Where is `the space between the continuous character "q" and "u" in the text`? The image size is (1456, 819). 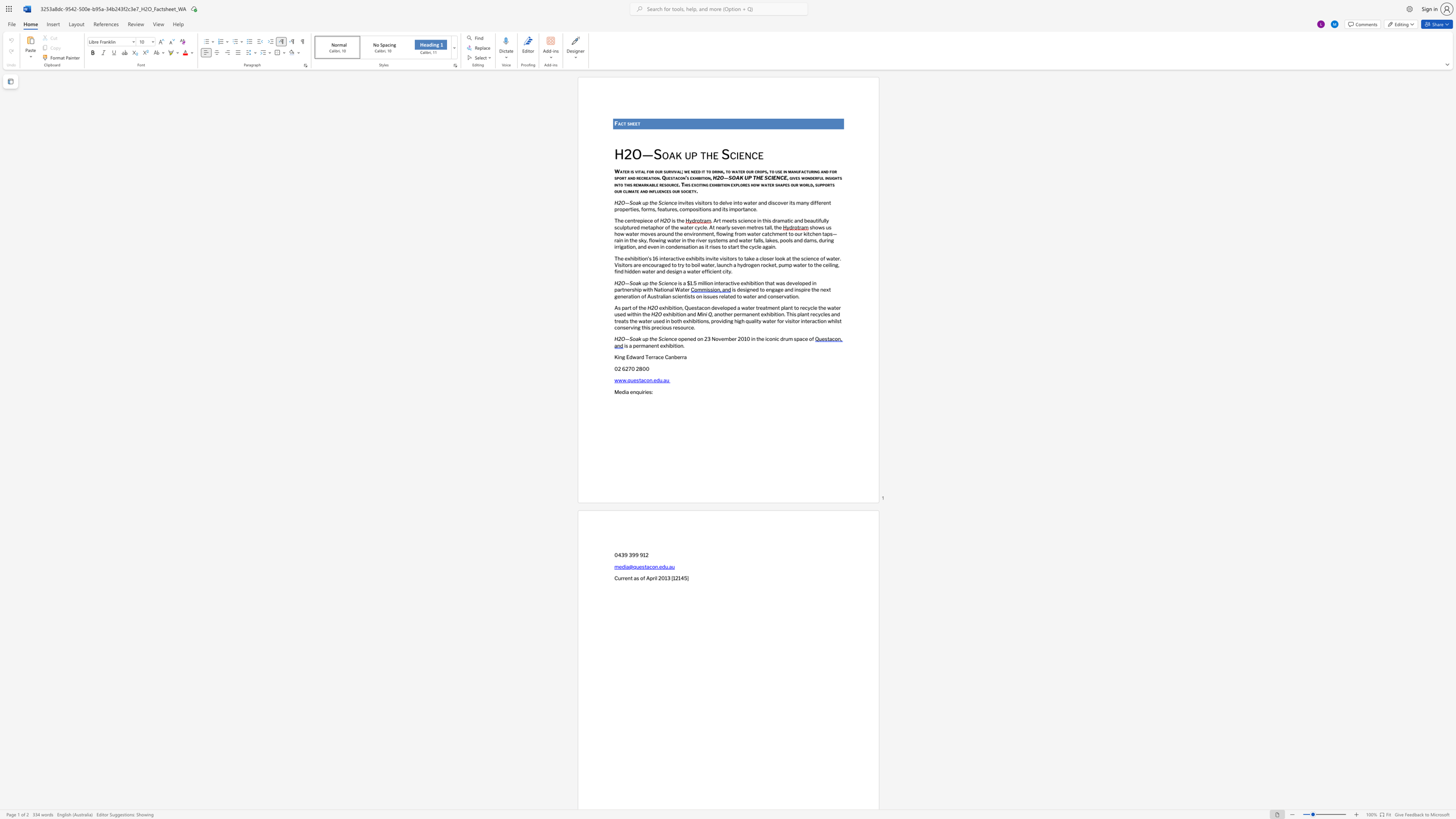
the space between the continuous character "q" and "u" in the text is located at coordinates (638, 391).